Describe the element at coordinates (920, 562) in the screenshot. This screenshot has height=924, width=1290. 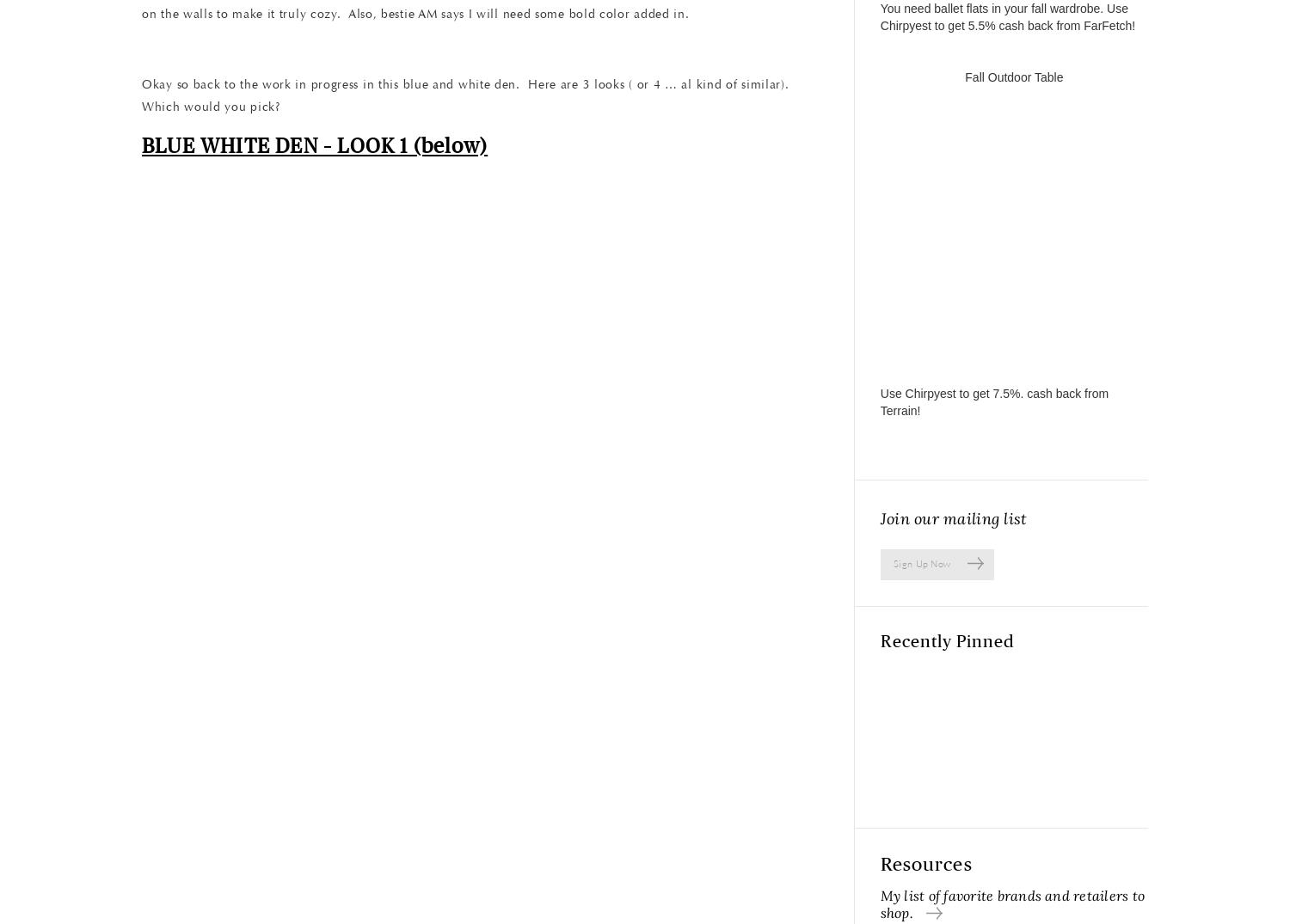
I see `'Sign Up Now'` at that location.